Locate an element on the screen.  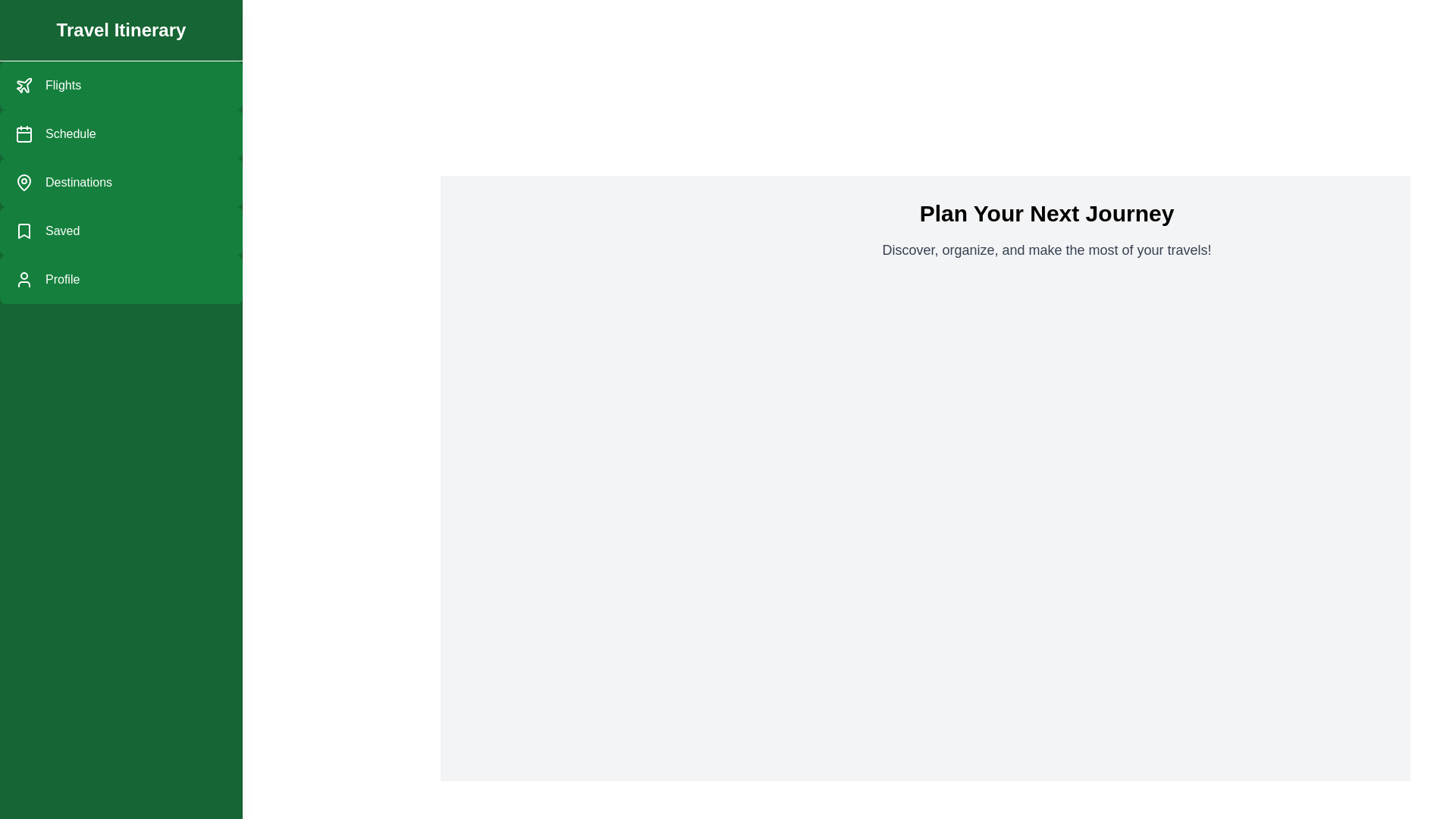
the bookmark icon, which is a white hollow outline against a green background, located in the left navigation bar is located at coordinates (24, 231).